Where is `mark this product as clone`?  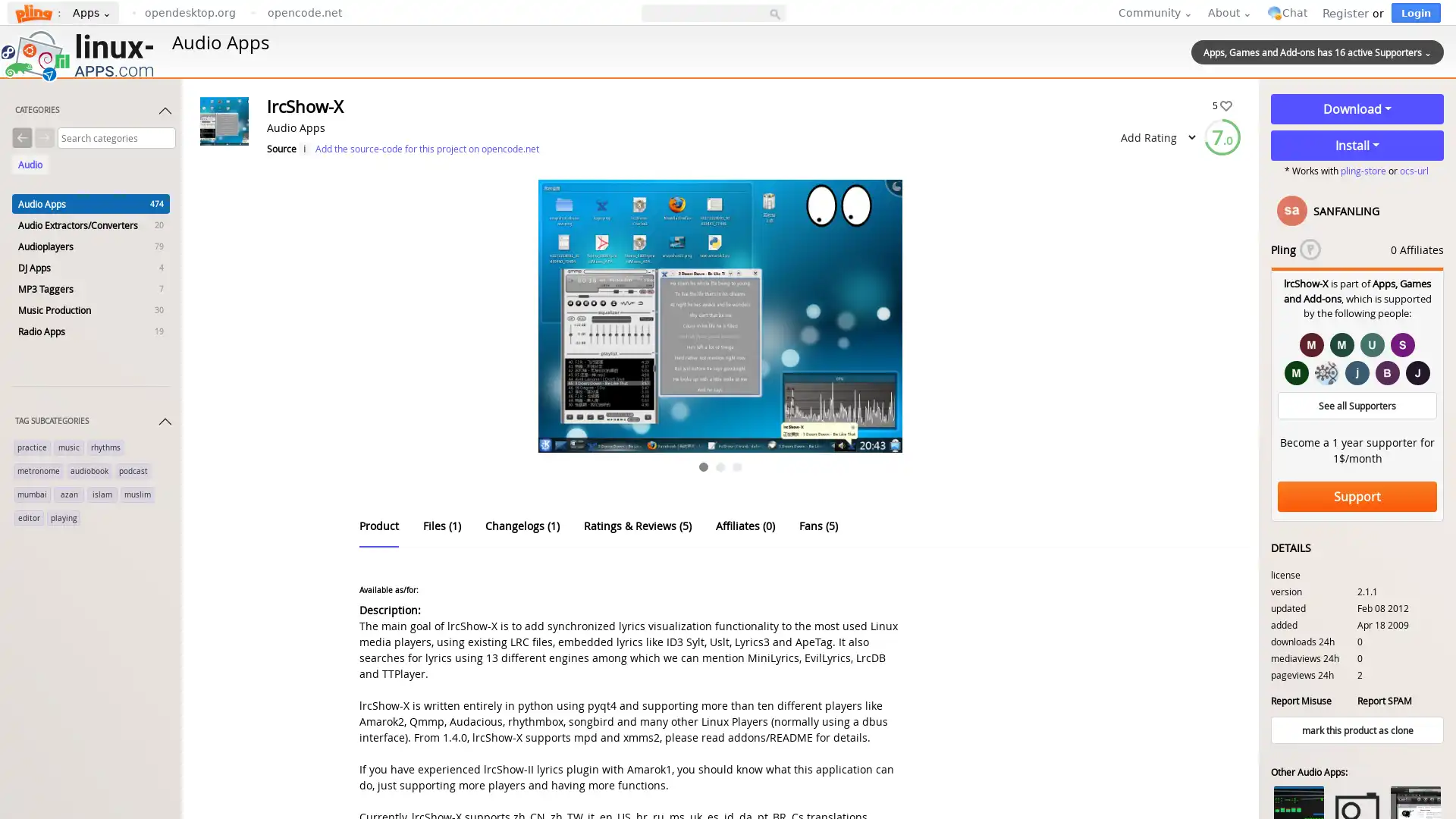 mark this product as clone is located at coordinates (1357, 728).